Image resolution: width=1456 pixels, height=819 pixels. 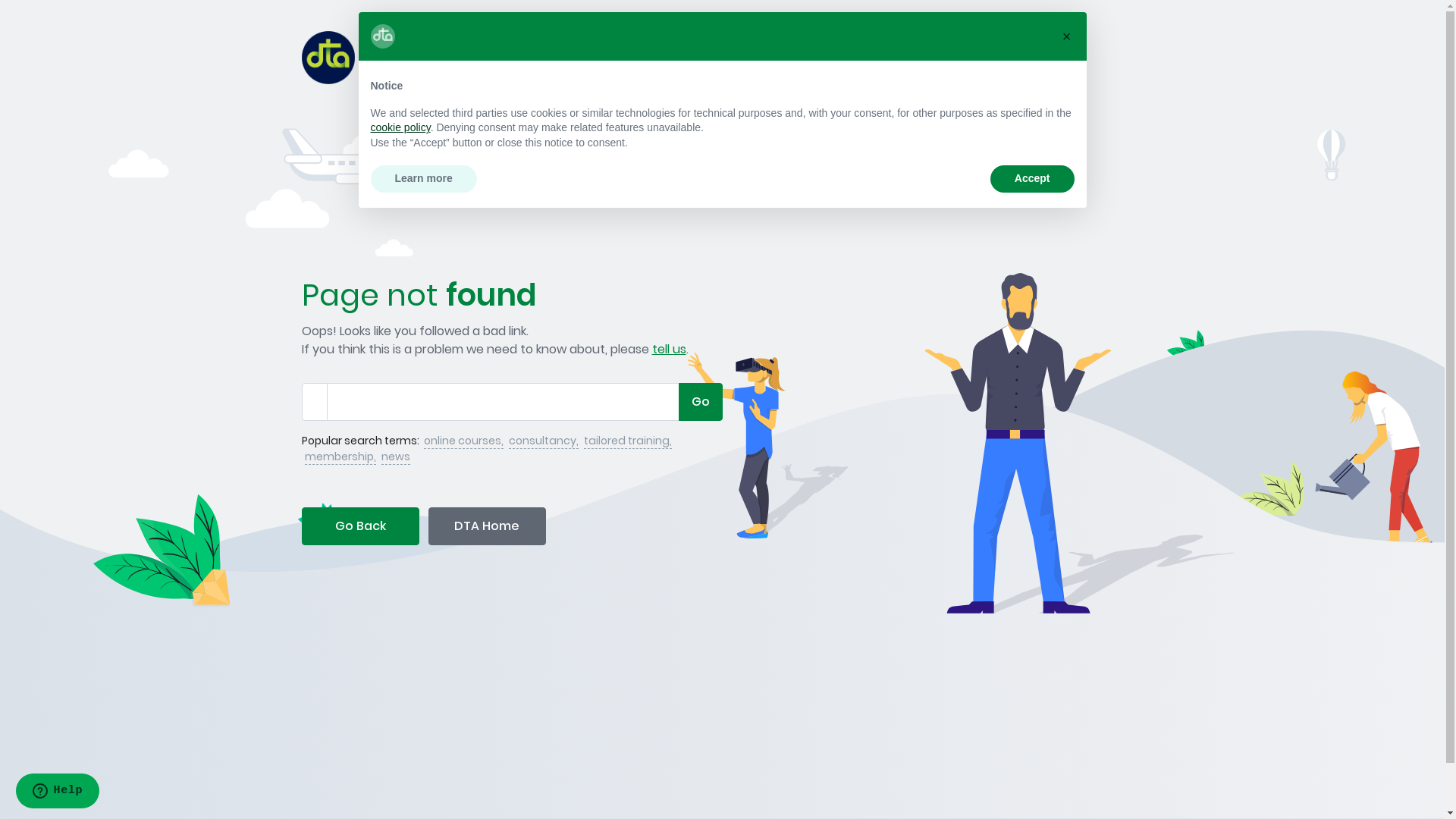 I want to click on 'tell us', so click(x=651, y=349).